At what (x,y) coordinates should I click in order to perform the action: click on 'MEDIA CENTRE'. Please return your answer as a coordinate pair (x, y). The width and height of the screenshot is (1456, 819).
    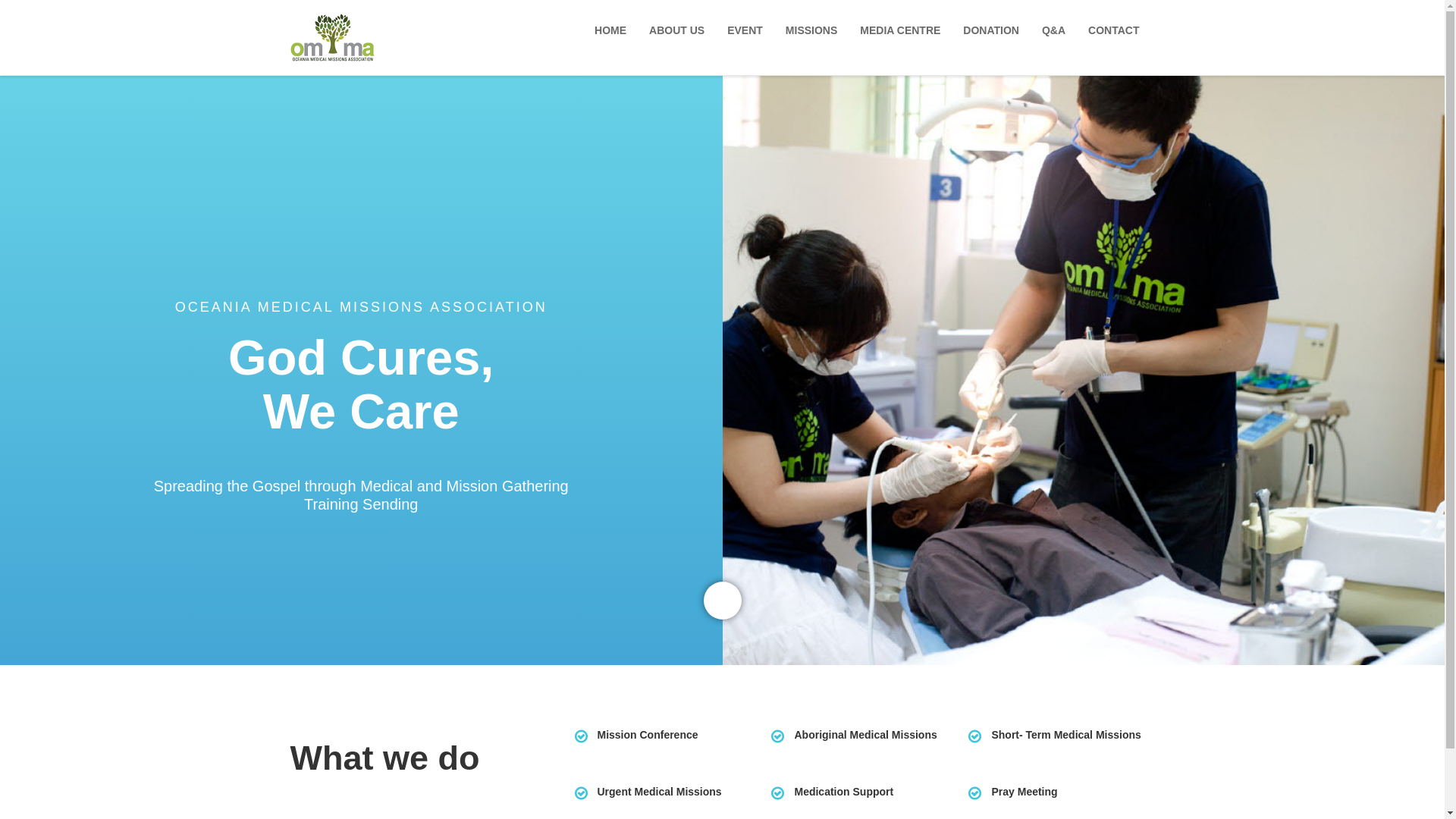
    Looking at the image, I should click on (903, 30).